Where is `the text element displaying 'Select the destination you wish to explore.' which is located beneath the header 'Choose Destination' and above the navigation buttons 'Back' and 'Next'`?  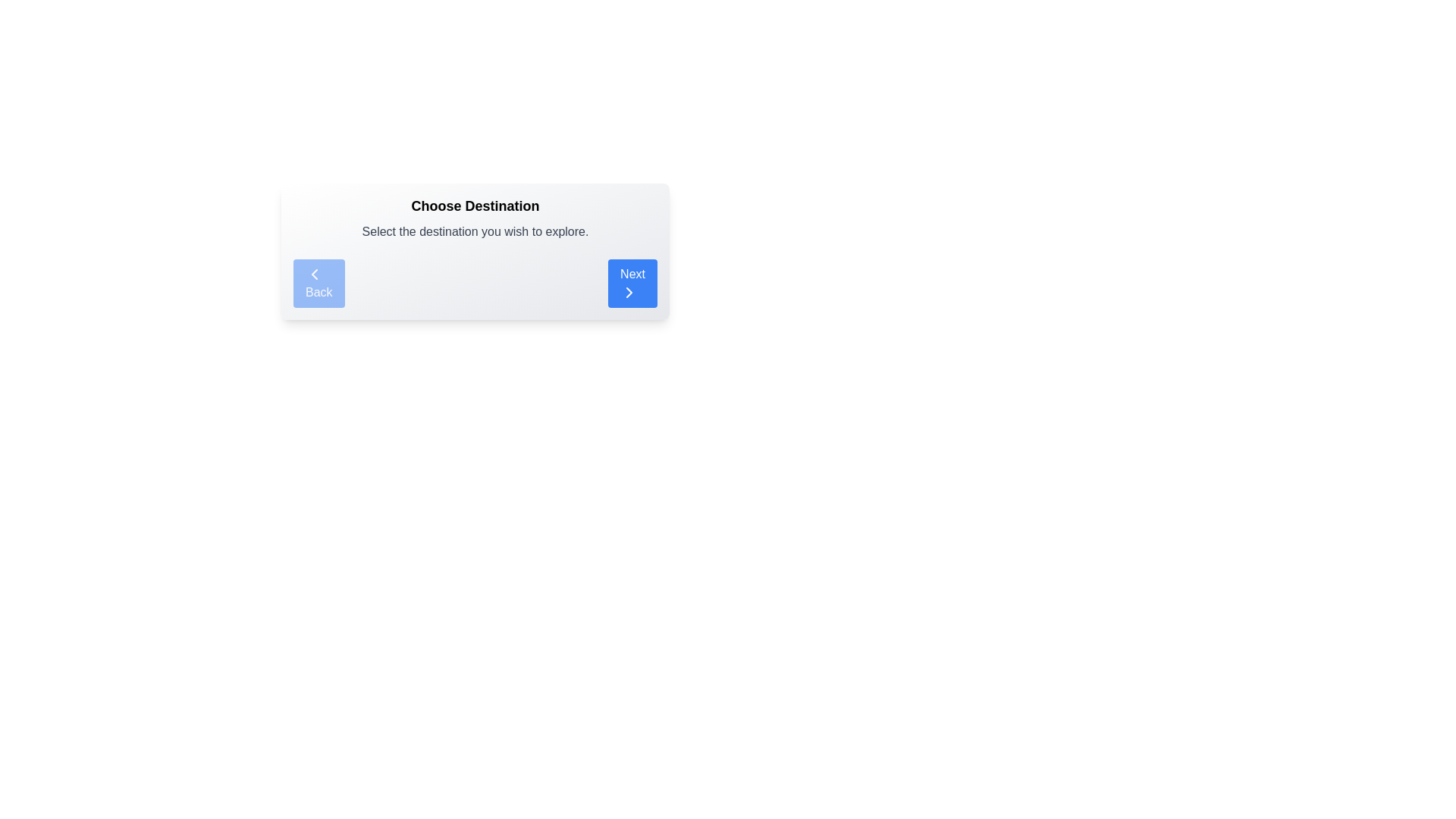 the text element displaying 'Select the destination you wish to explore.' which is located beneath the header 'Choose Destination' and above the navigation buttons 'Back' and 'Next' is located at coordinates (475, 231).